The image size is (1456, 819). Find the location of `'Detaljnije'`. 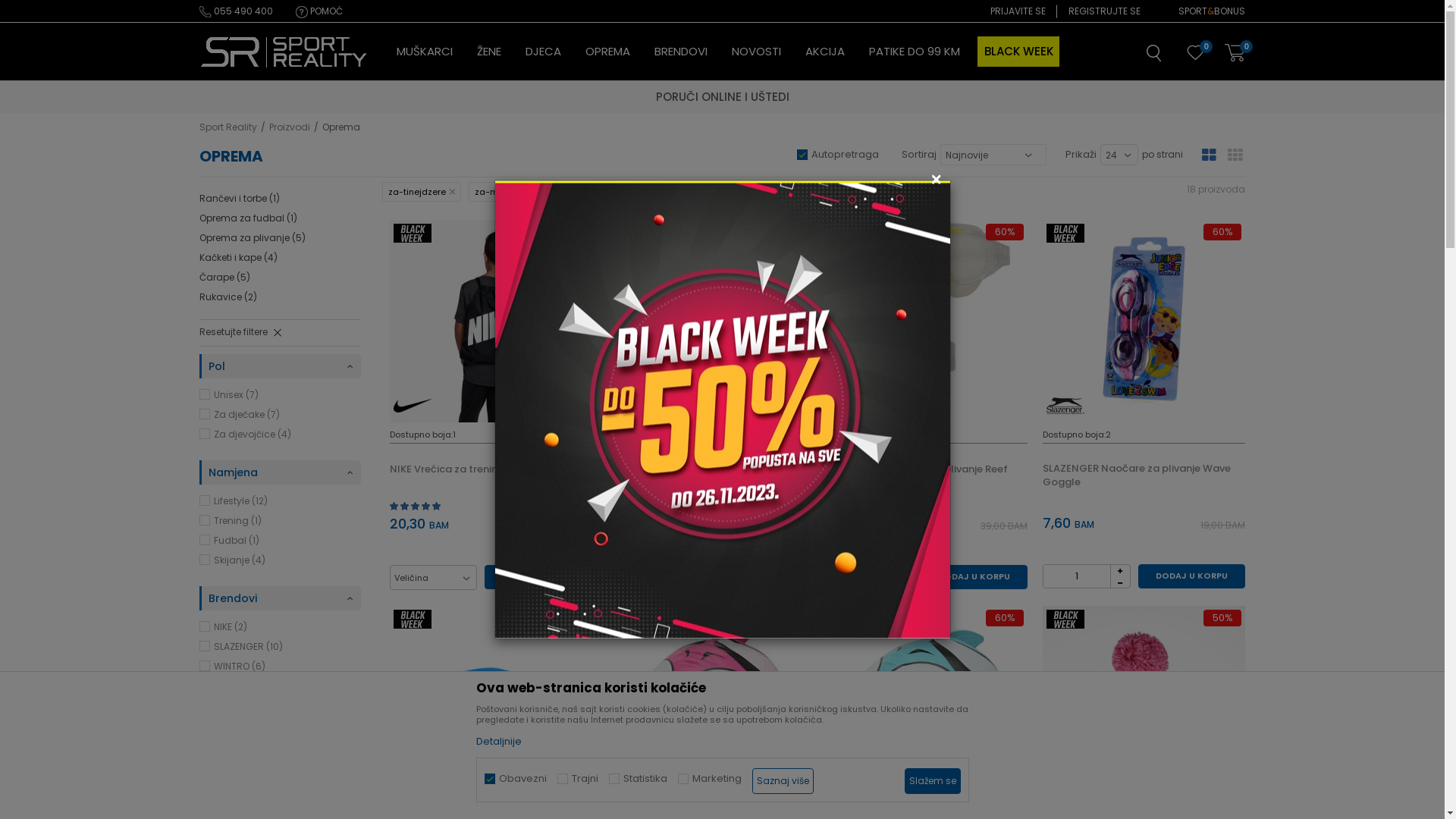

'Detaljnije' is located at coordinates (475, 740).